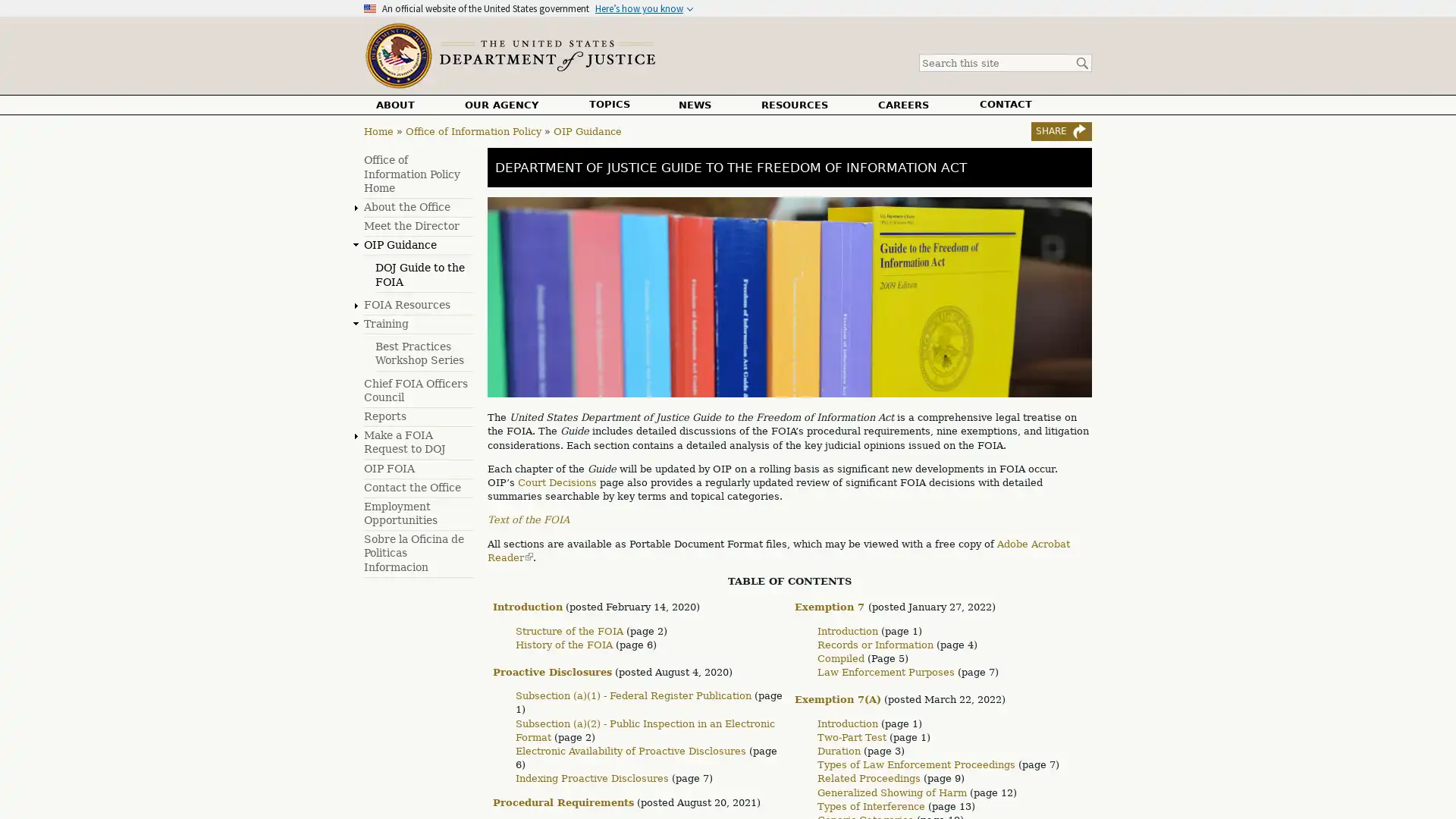 Image resolution: width=1456 pixels, height=819 pixels. What do you see at coordinates (1081, 63) in the screenshot?
I see `Search` at bounding box center [1081, 63].